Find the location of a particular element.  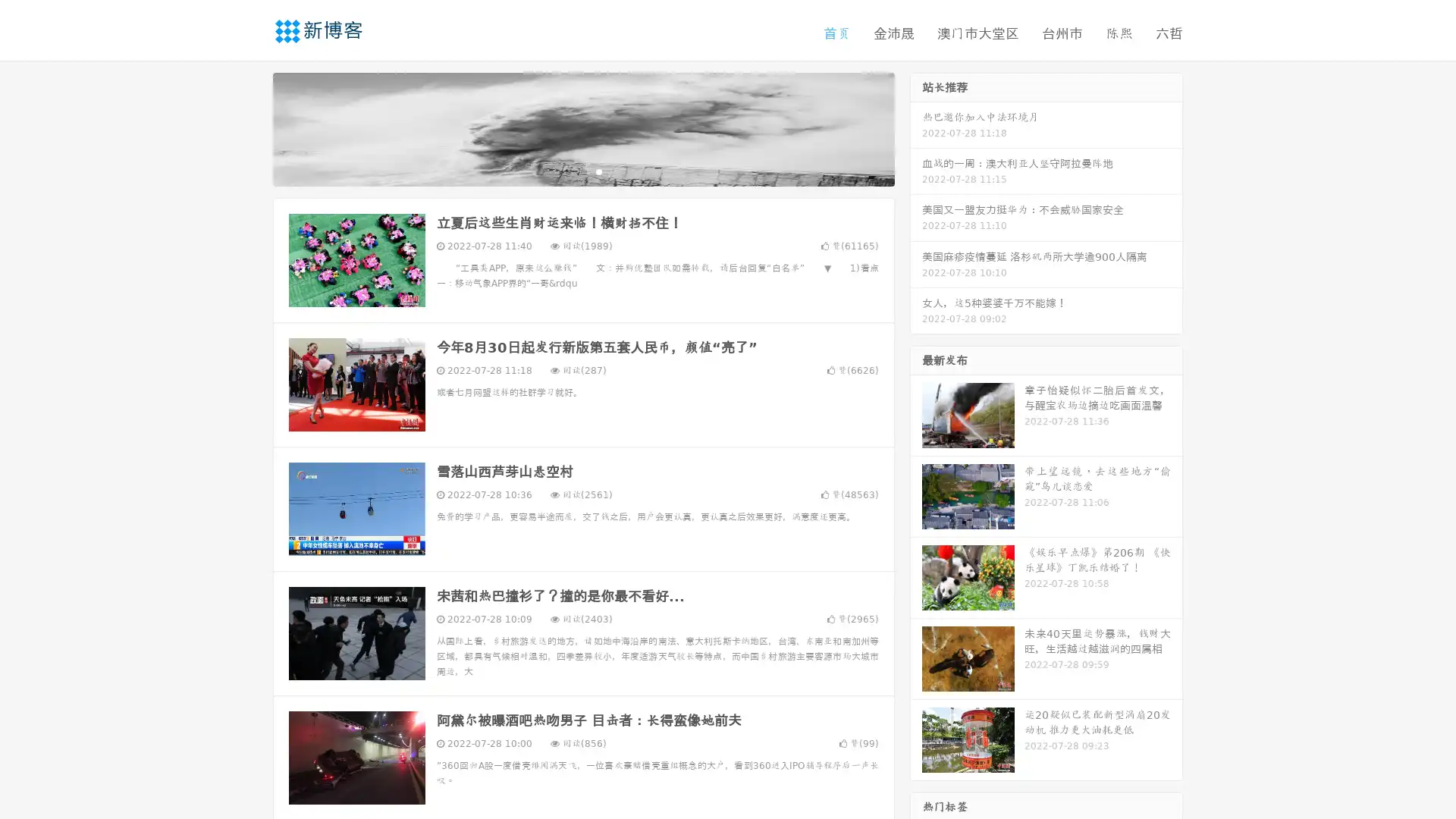

Go to slide 3 is located at coordinates (598, 171).